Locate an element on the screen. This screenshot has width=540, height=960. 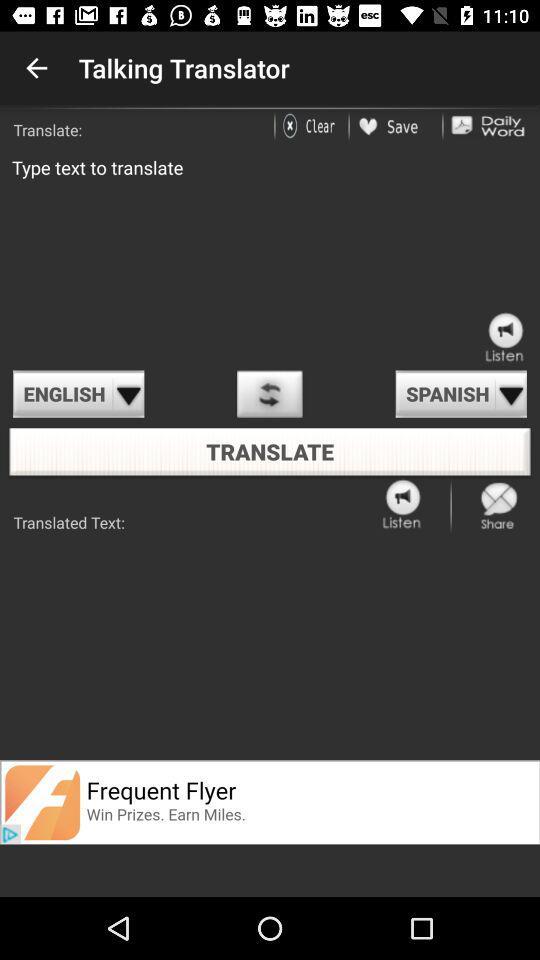
save is located at coordinates (395, 125).